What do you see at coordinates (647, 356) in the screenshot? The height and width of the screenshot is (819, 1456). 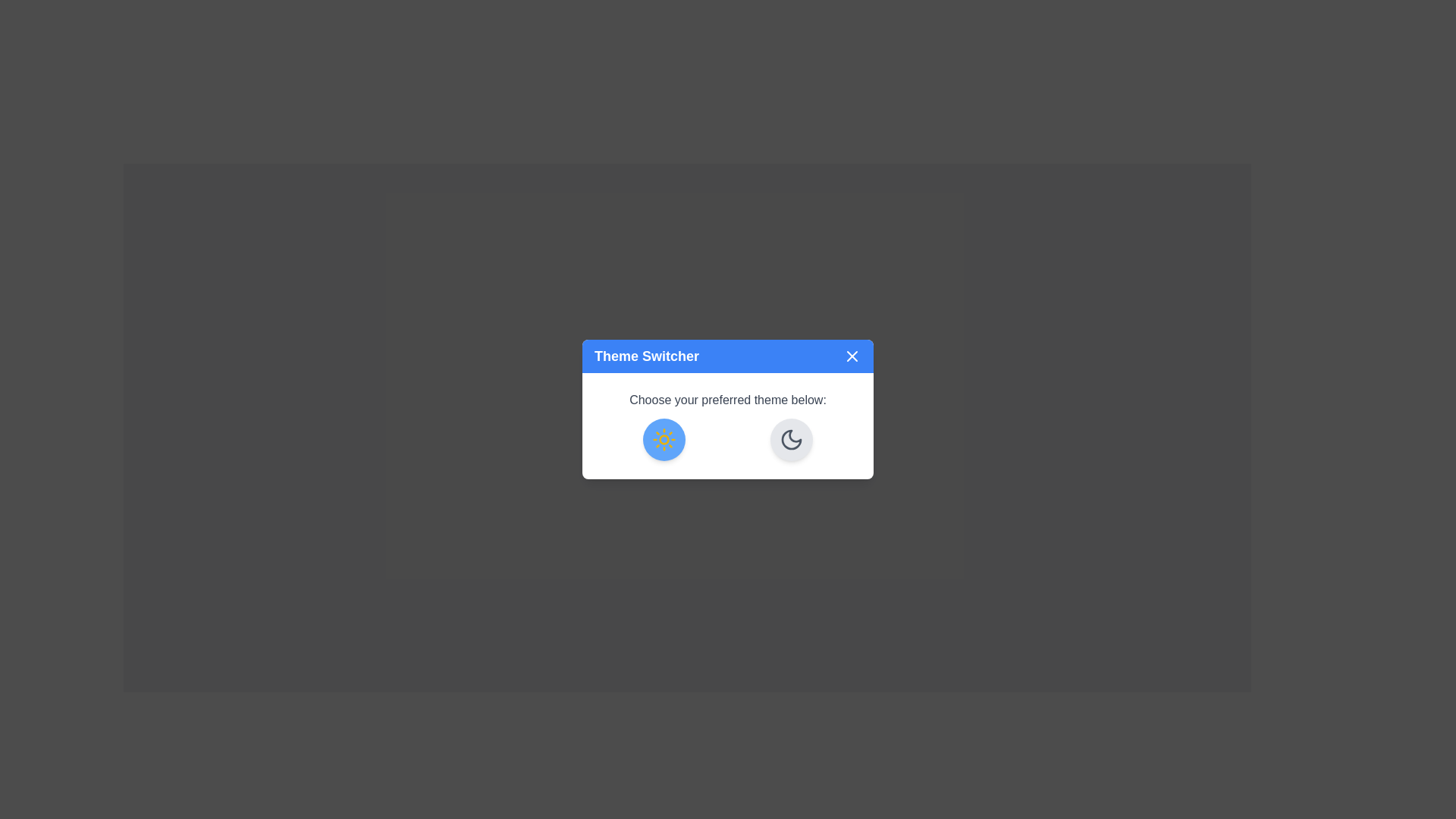 I see `the 'Theme Switcher' text label, which is styled with a large, bold font in white on a blue background, located in the upper left portion of a blue bar at the top of a modal dialog window` at bounding box center [647, 356].